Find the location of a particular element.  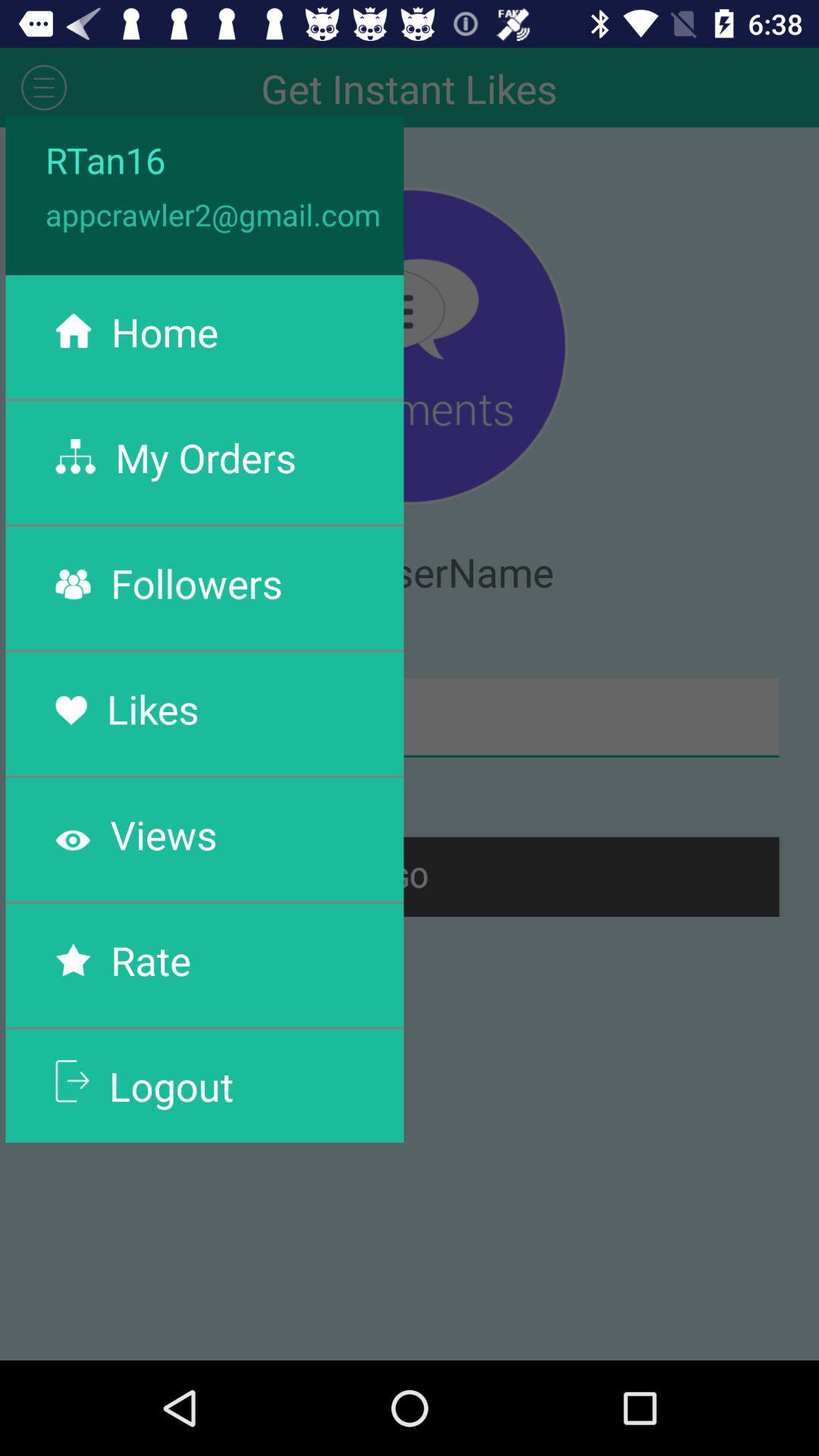

views is located at coordinates (164, 833).